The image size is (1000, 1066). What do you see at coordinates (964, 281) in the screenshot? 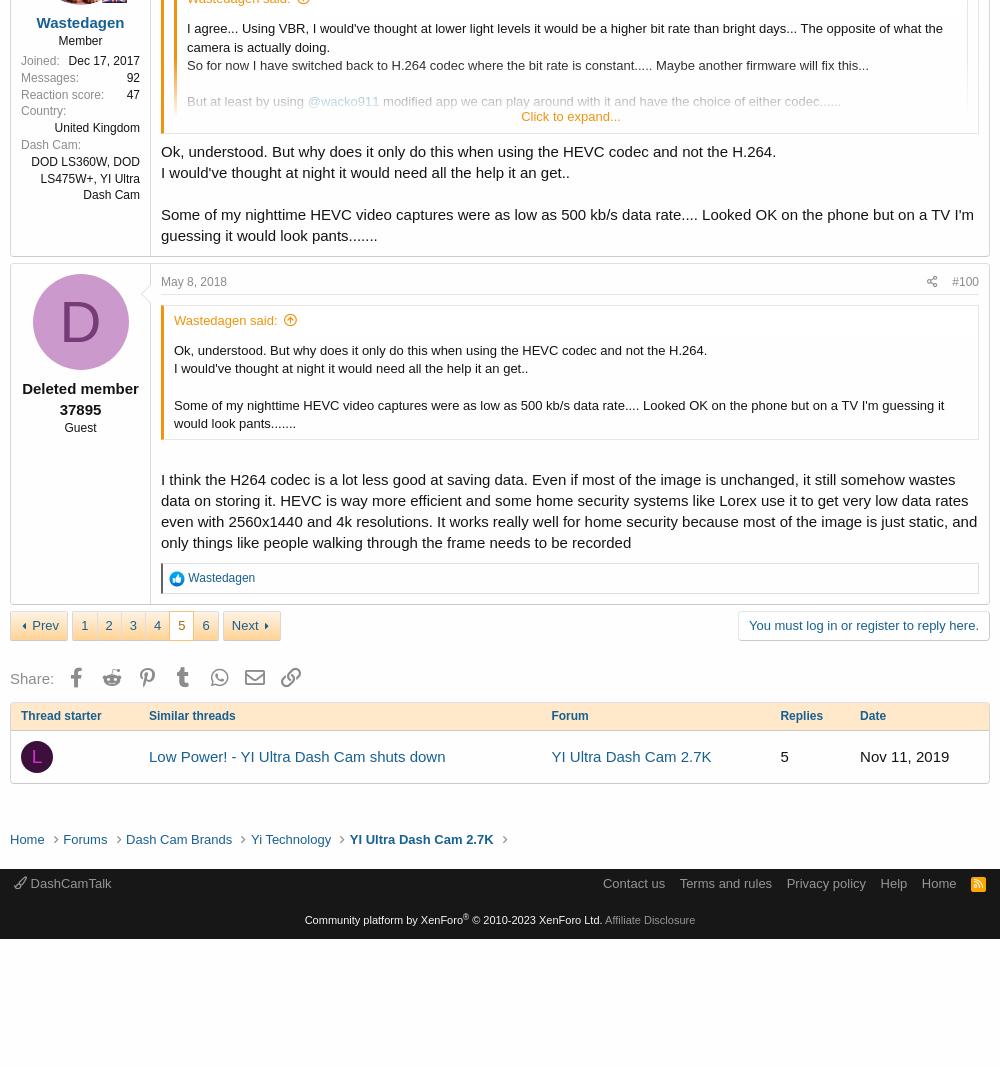
I see `'#100'` at bounding box center [964, 281].